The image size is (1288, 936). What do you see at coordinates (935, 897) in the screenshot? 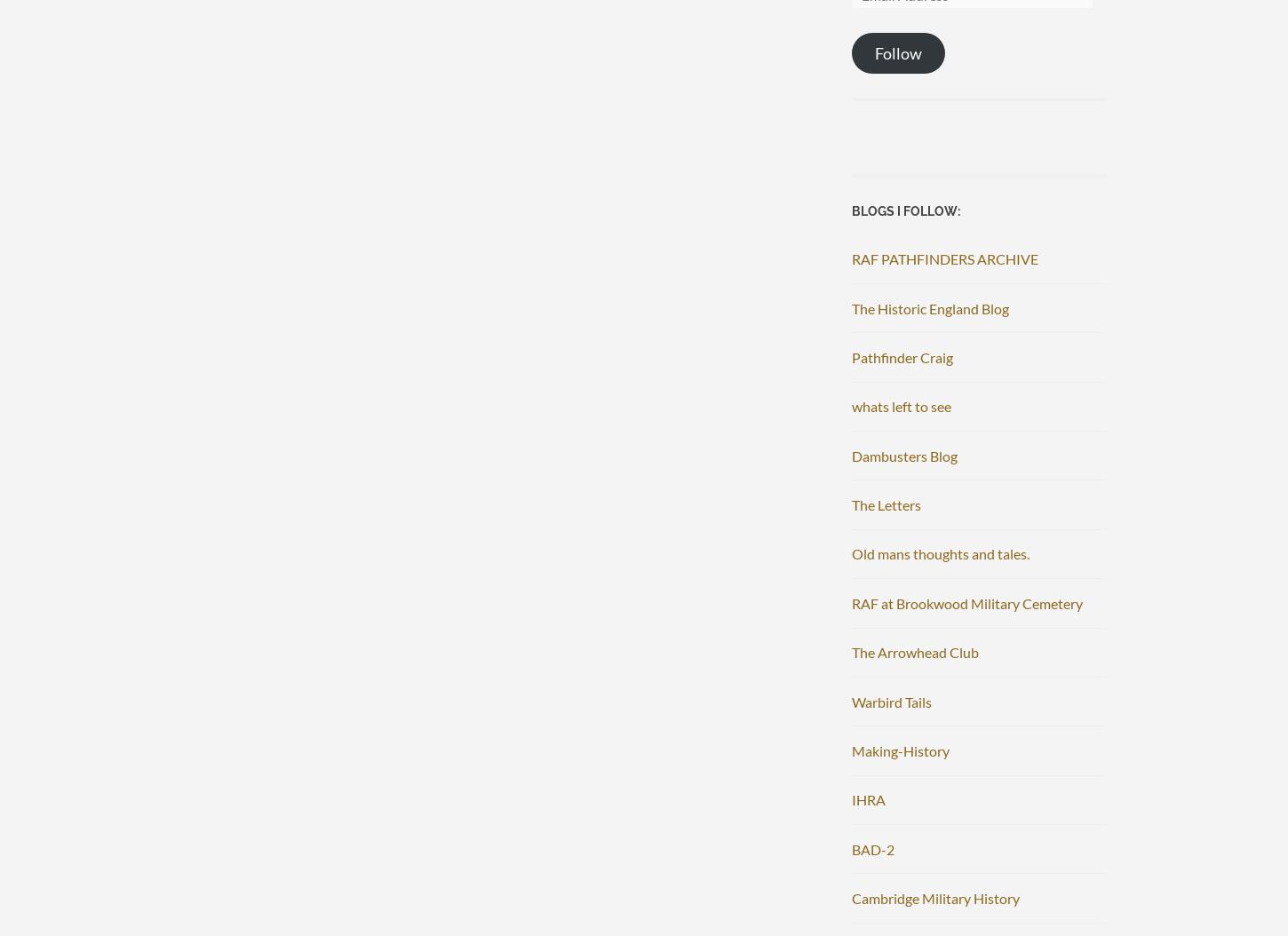
I see `'Cambridge Military History'` at bounding box center [935, 897].